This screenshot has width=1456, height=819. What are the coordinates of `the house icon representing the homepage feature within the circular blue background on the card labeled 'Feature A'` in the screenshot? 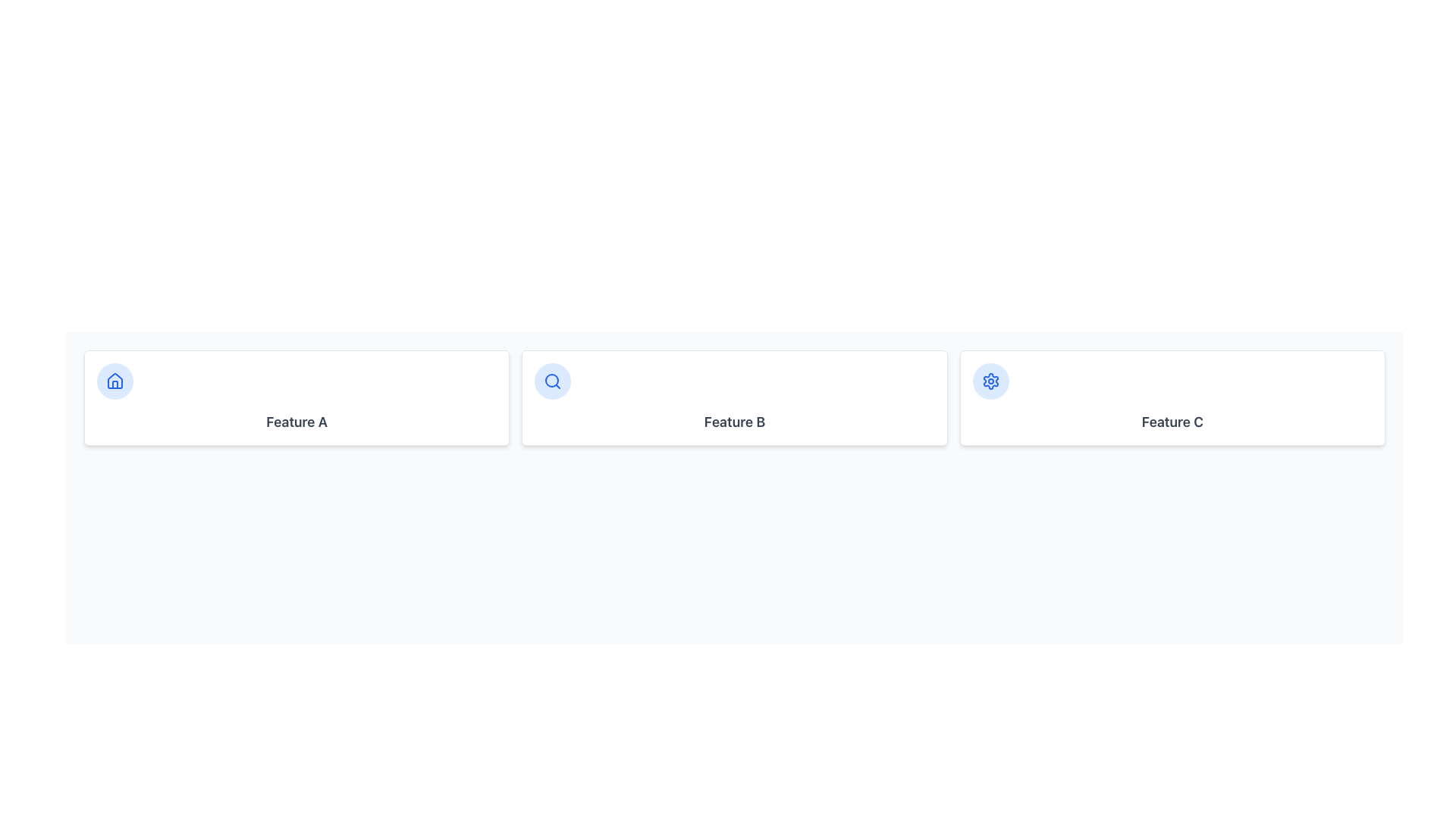 It's located at (115, 380).